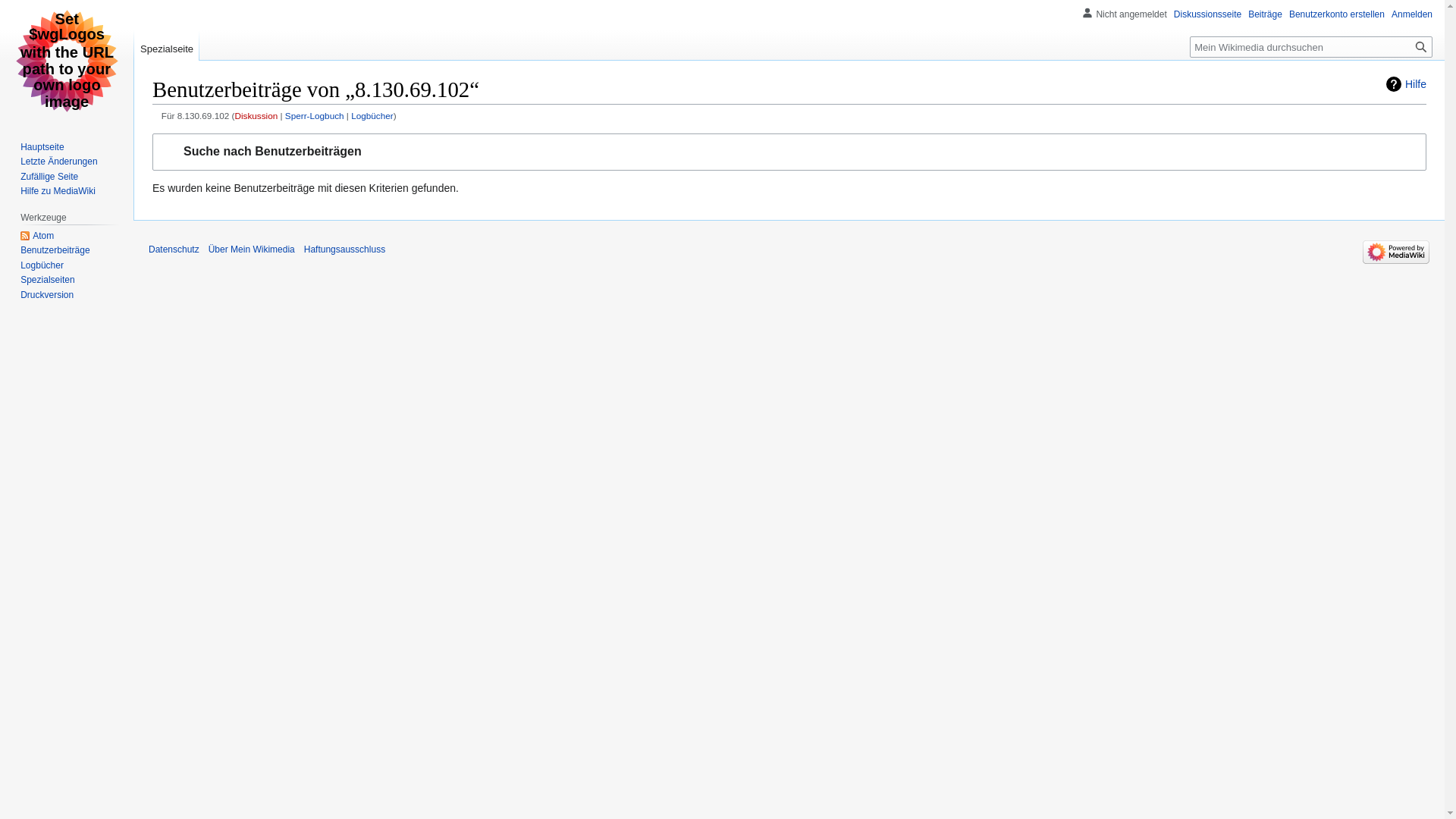 The width and height of the screenshot is (1456, 819). Describe the element at coordinates (233, 115) in the screenshot. I see `'Diskussion'` at that location.